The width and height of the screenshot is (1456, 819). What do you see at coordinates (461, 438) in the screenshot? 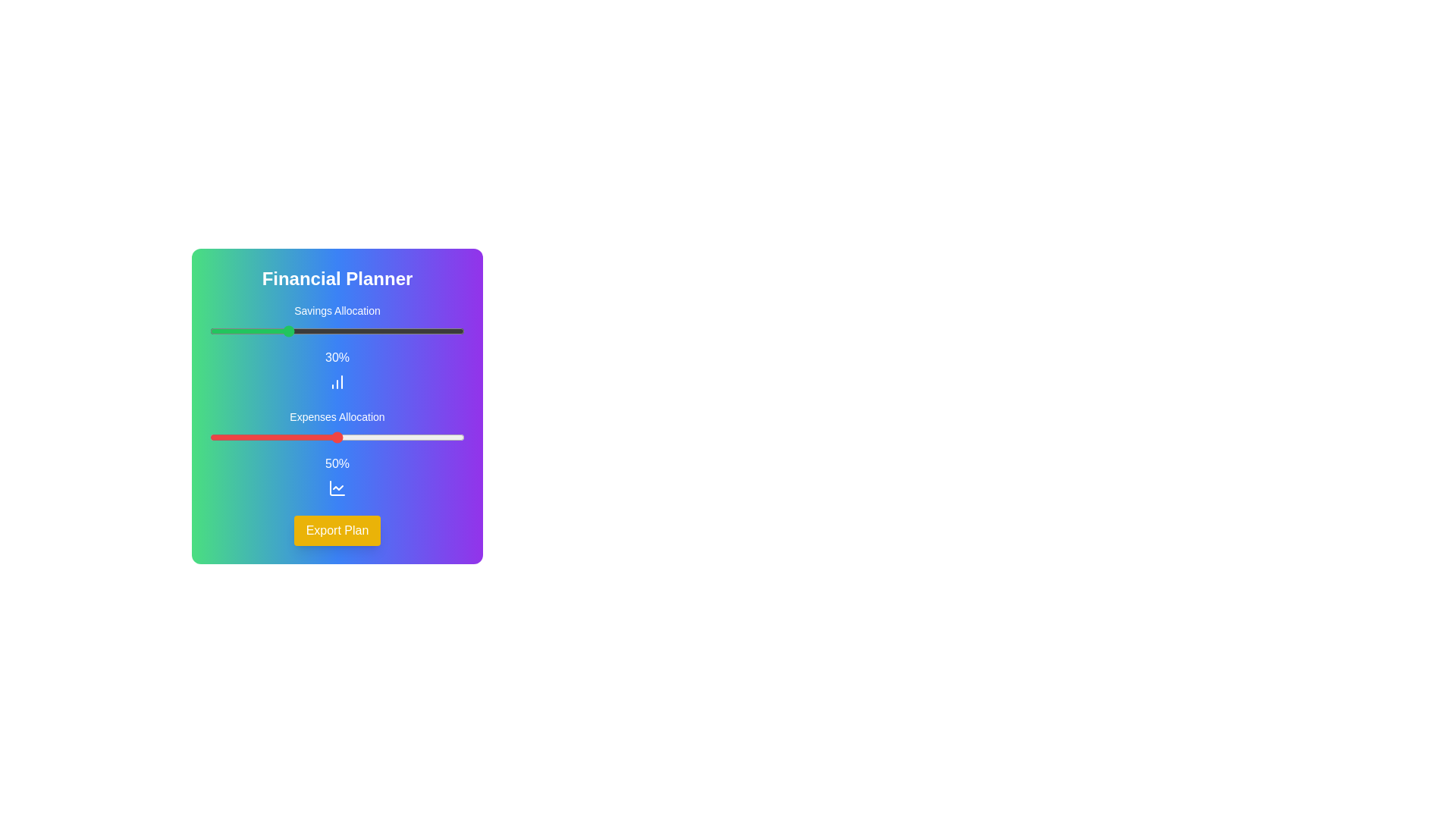
I see `the Expenses Allocation slider` at bounding box center [461, 438].